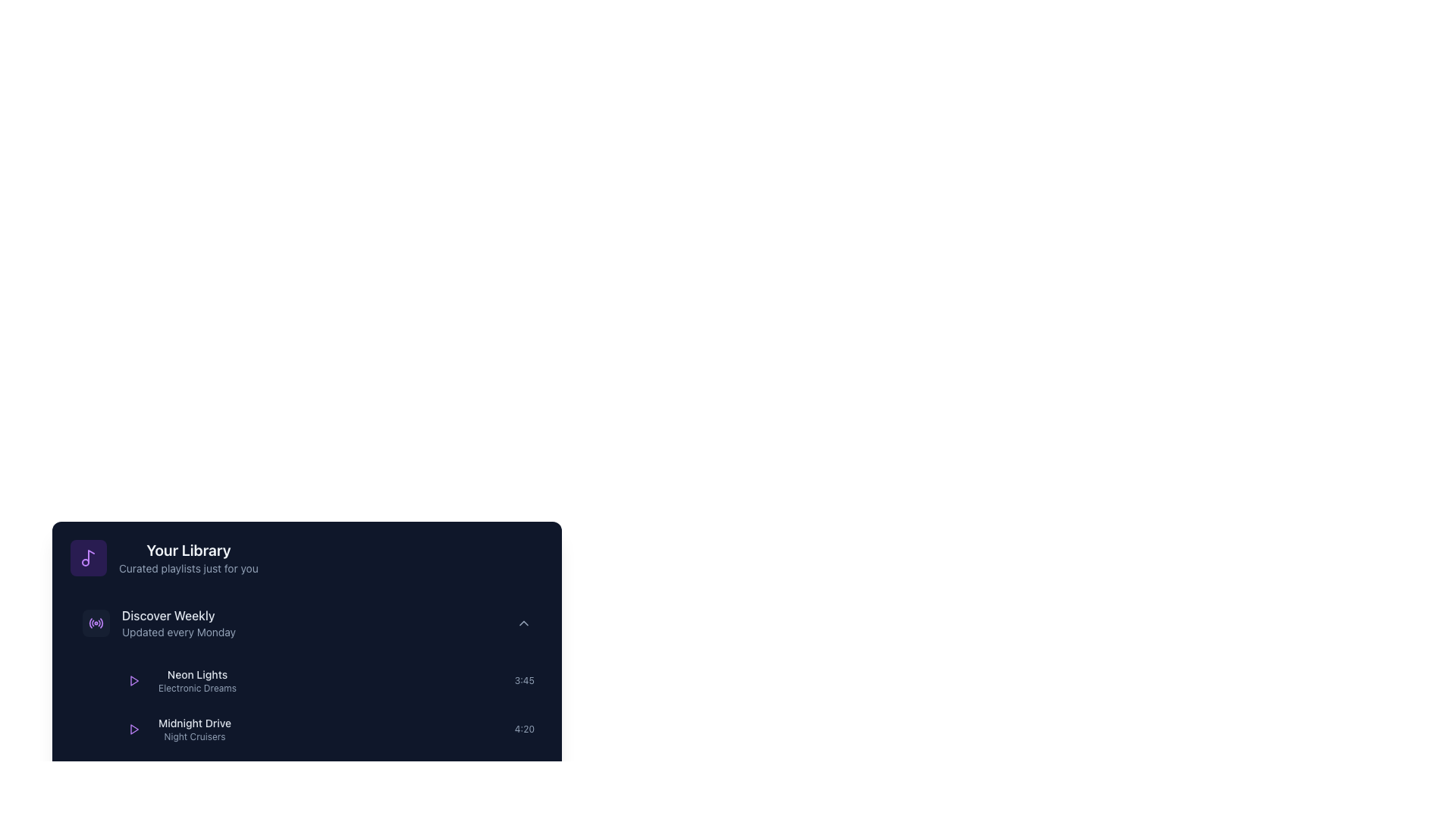 The height and width of the screenshot is (819, 1456). What do you see at coordinates (524, 728) in the screenshot?
I see `the text label displaying the duration of the track 'Midnight Drive' located at the bottom-right corner of the music playlist card` at bounding box center [524, 728].